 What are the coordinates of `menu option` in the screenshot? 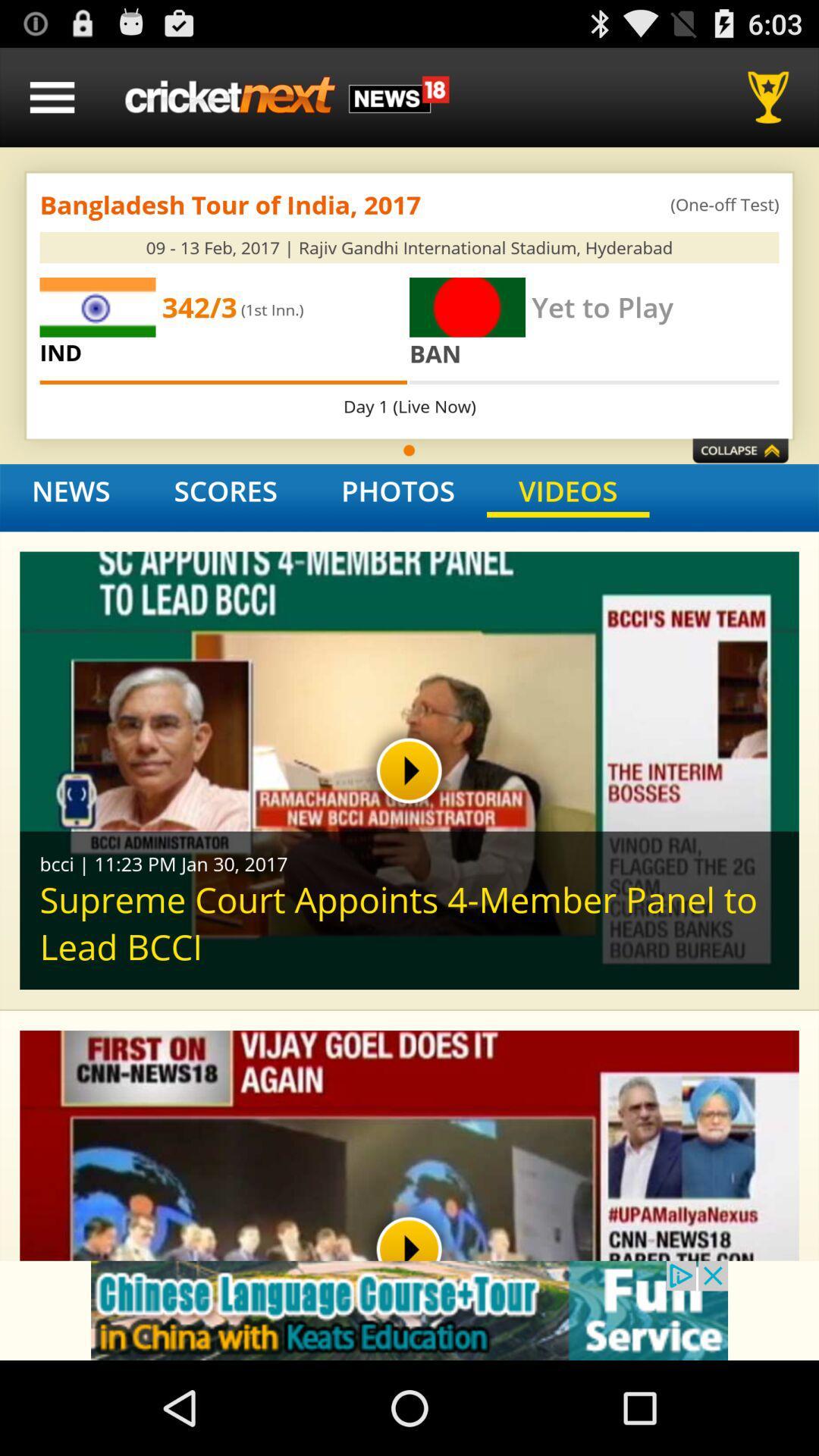 It's located at (52, 96).